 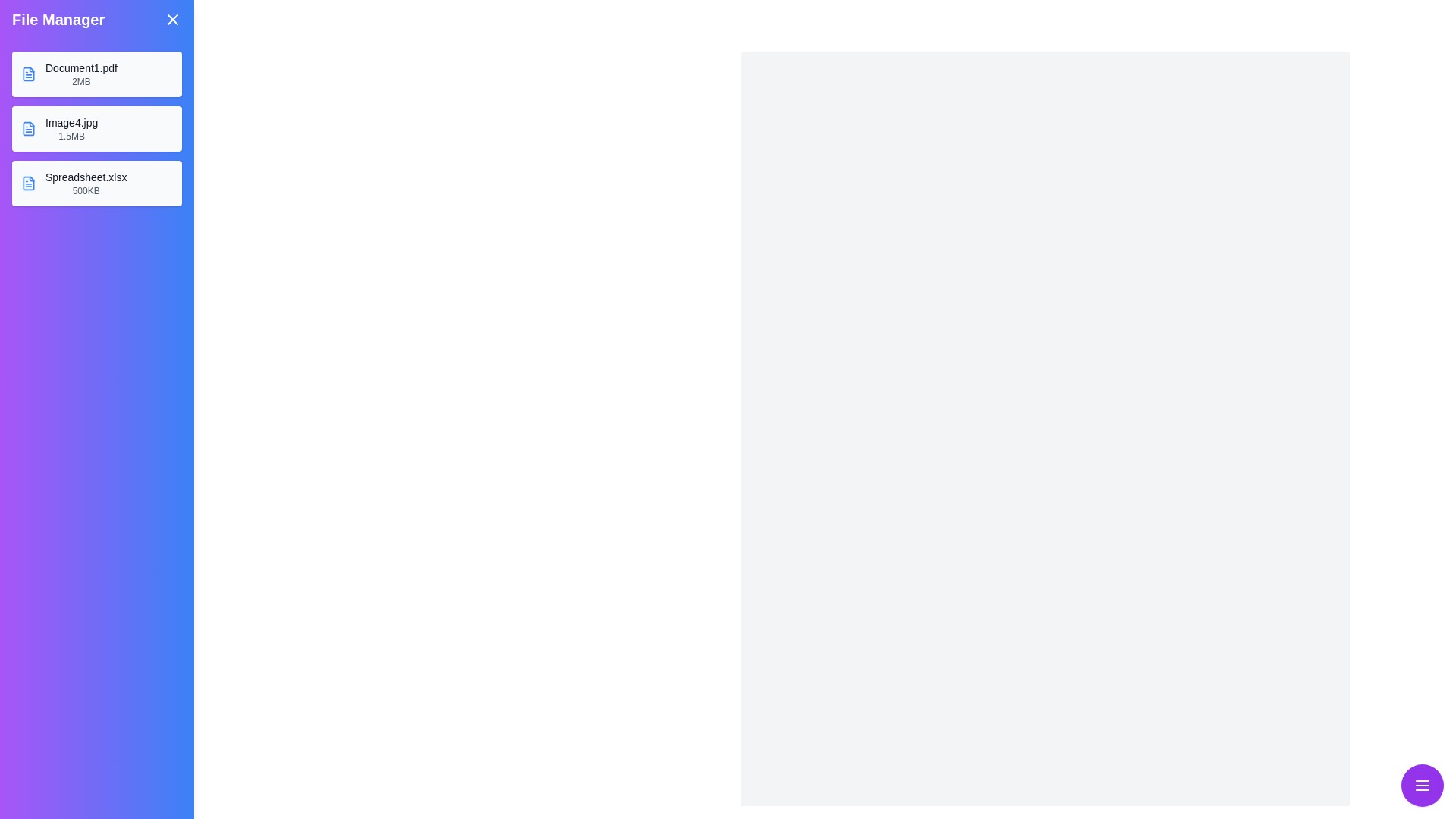 What do you see at coordinates (96, 127) in the screenshot?
I see `the second file item card in the file manager, which is positioned between 'Document1.pdf' and 'Spreadsheet.xlsx'` at bounding box center [96, 127].